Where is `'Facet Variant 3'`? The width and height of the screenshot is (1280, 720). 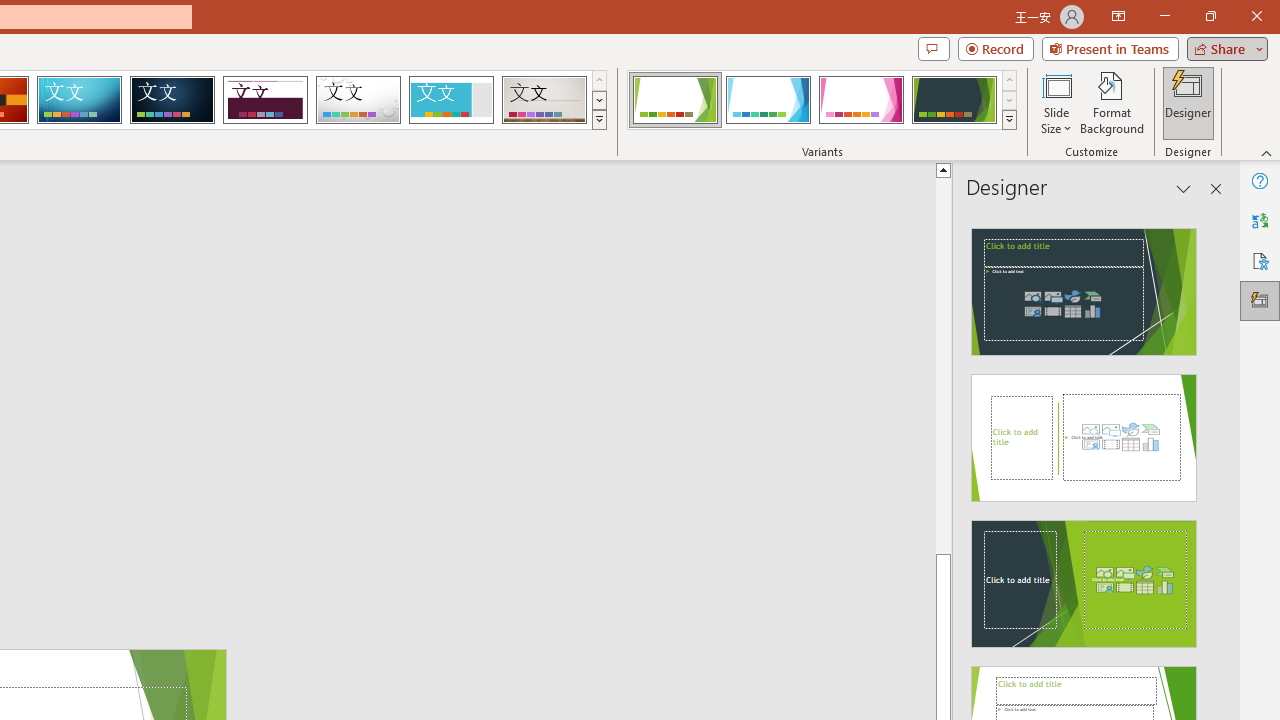 'Facet Variant 3' is located at coordinates (861, 100).